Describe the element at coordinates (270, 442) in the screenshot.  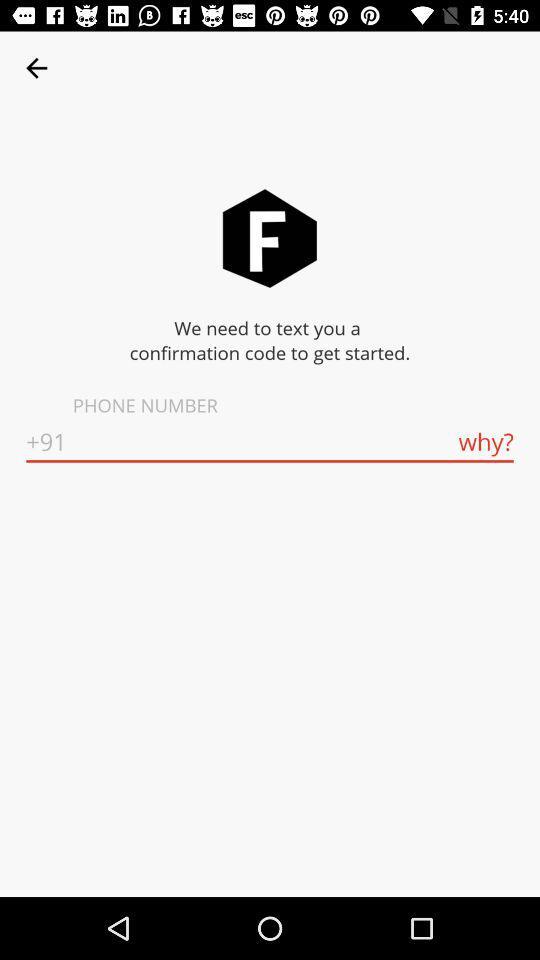
I see `phone number text field` at that location.